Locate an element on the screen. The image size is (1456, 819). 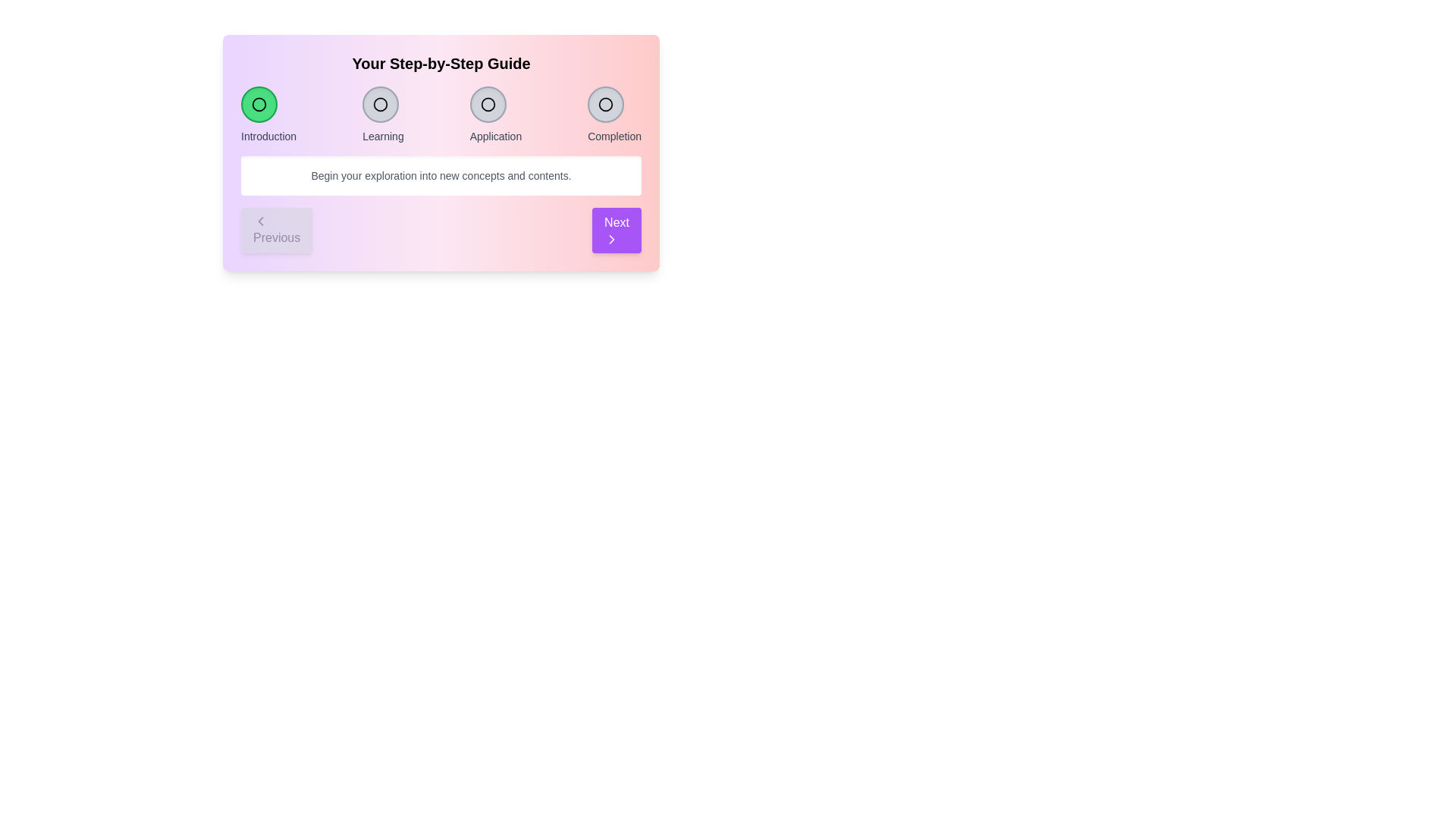
the SVG vector circle that represents the completion step indicator, which is the third circle in the sequence of step navigation indicators located towards the top right of the interface is located at coordinates (605, 104).